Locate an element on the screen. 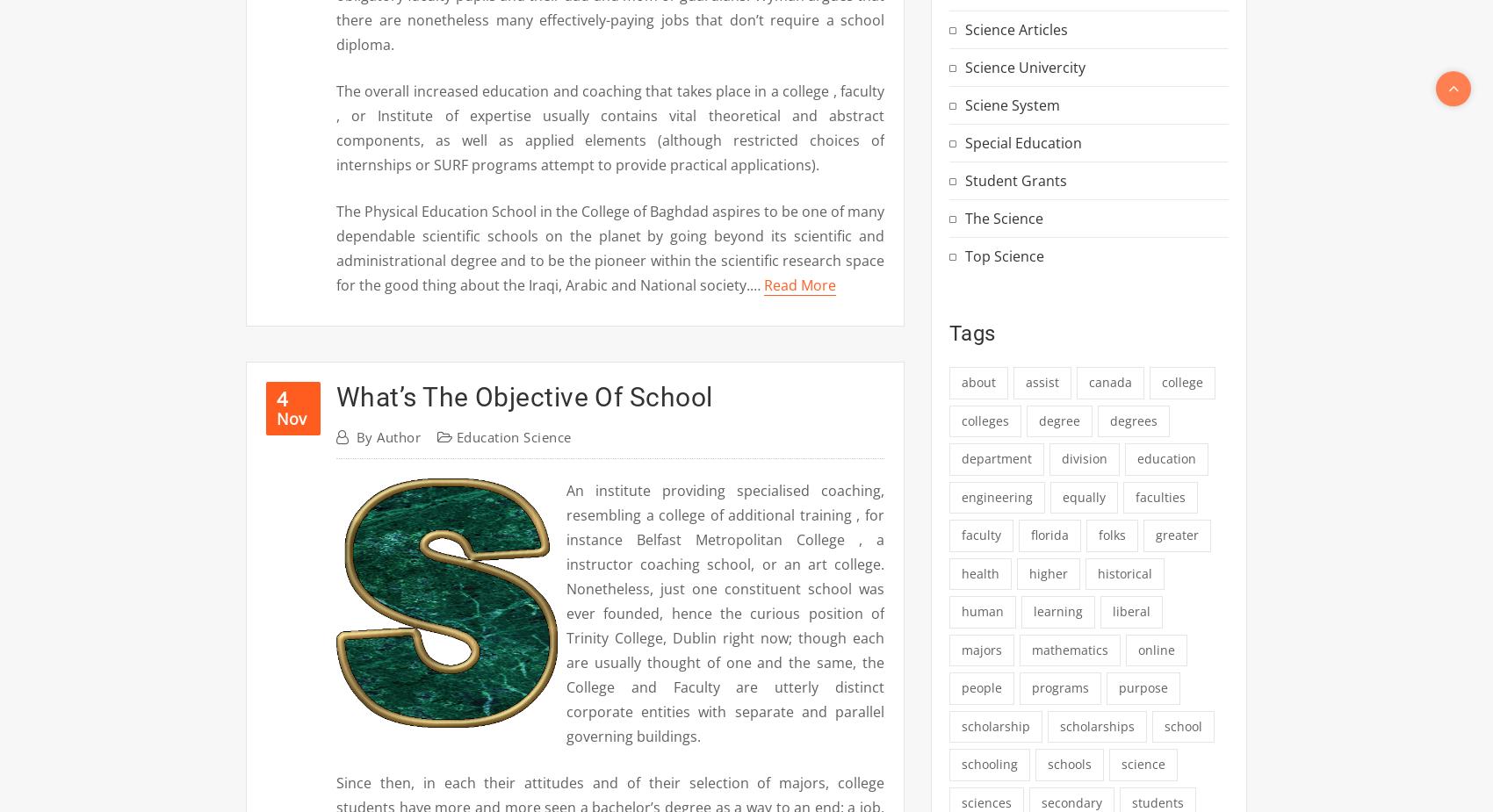  'An institute providing specialised coaching, resembling a college of additional training , for instance Belfast Metropolitan College , a instructor coaching school, or an art college. Nonetheless, just one constituent school was ever founded, hence the curious position of Trinity College, Dublin right now; though each are usually thought of one and the same, the College and Faculty are utterly distinct corporate entities with separate and parallel governing buildings.' is located at coordinates (725, 614).